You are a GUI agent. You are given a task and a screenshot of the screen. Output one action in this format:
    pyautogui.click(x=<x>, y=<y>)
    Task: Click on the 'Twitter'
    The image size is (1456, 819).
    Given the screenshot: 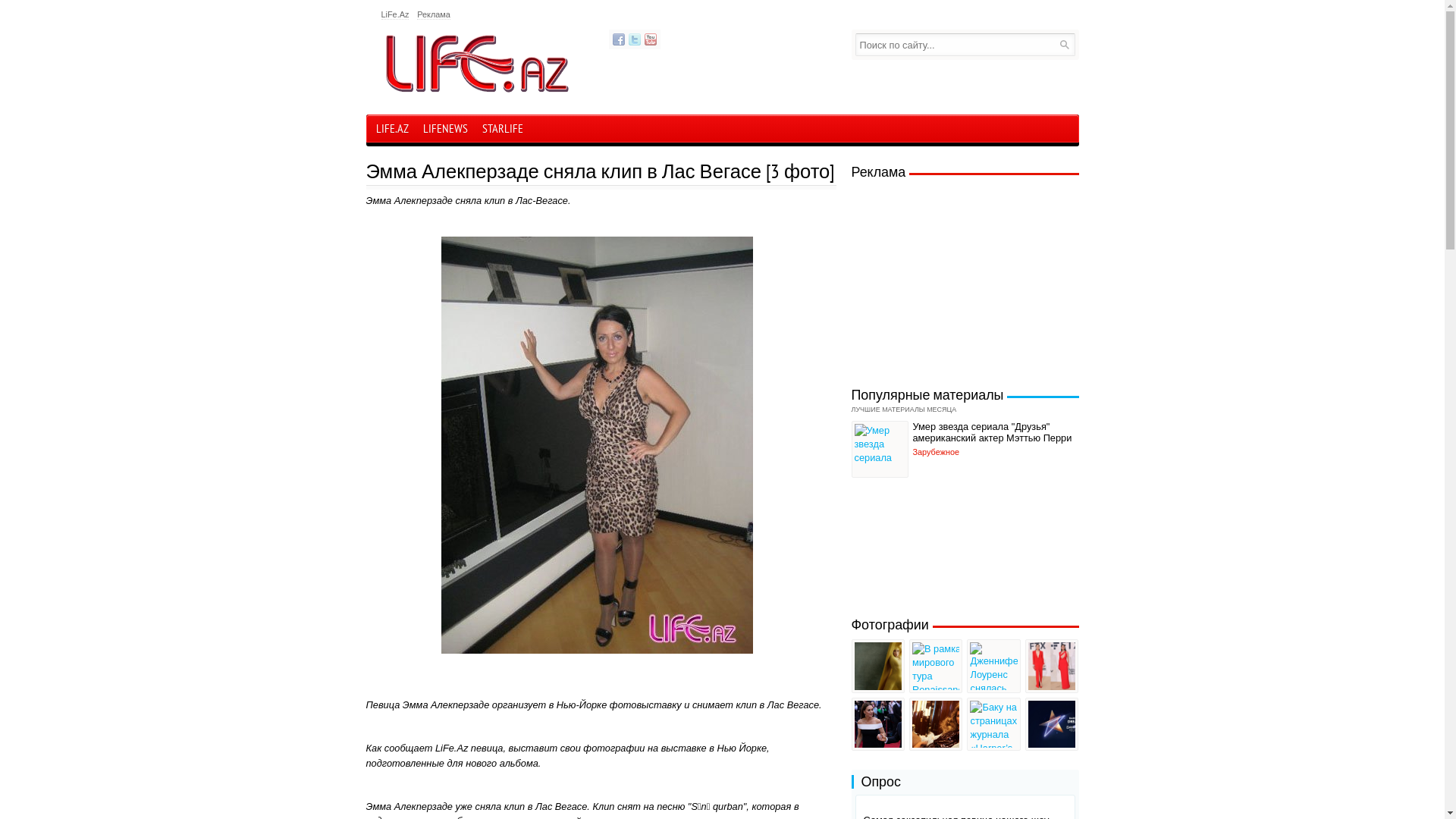 What is the action you would take?
    pyautogui.click(x=633, y=38)
    